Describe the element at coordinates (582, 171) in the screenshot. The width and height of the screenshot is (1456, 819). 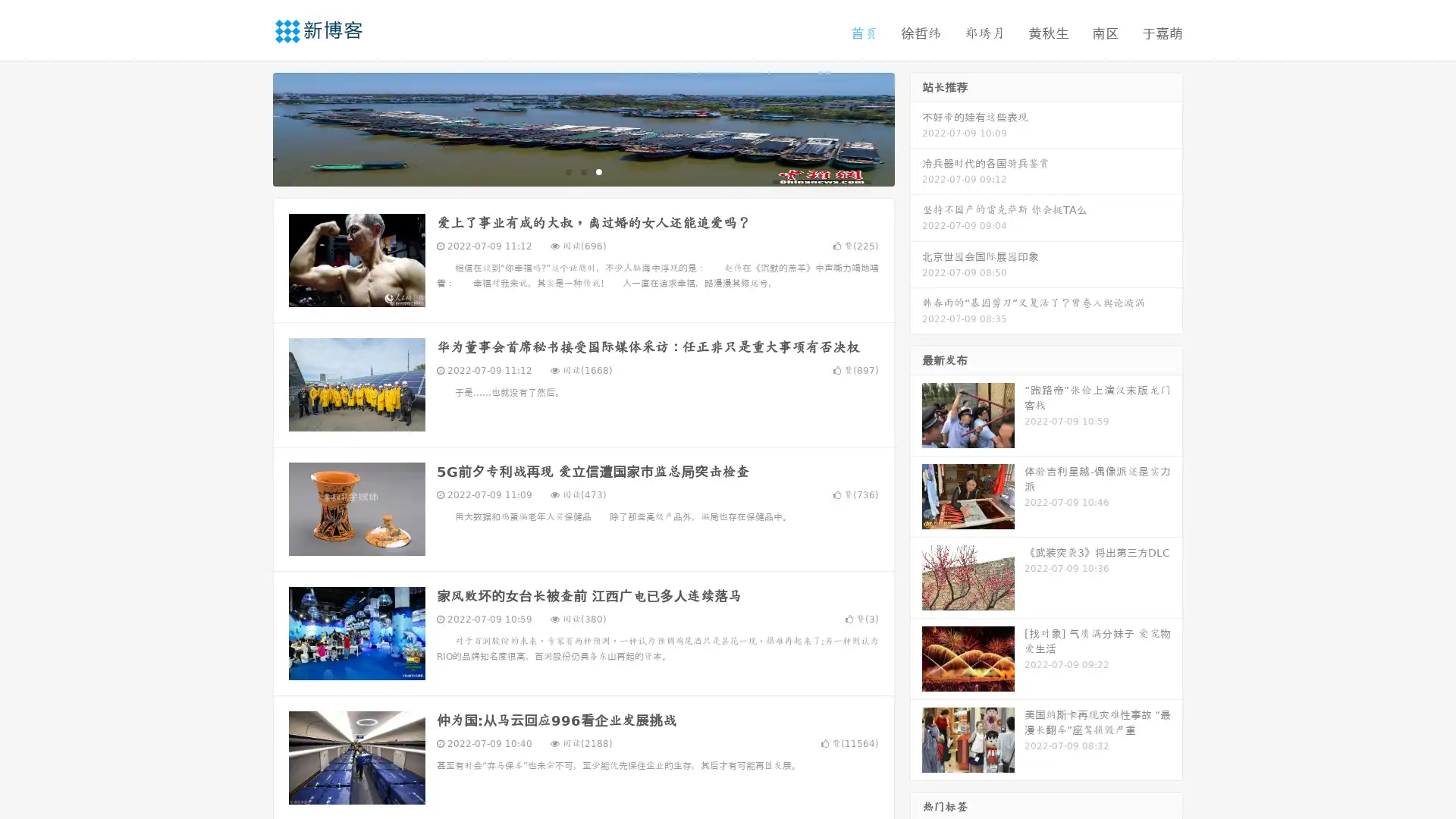
I see `Go to slide 2` at that location.